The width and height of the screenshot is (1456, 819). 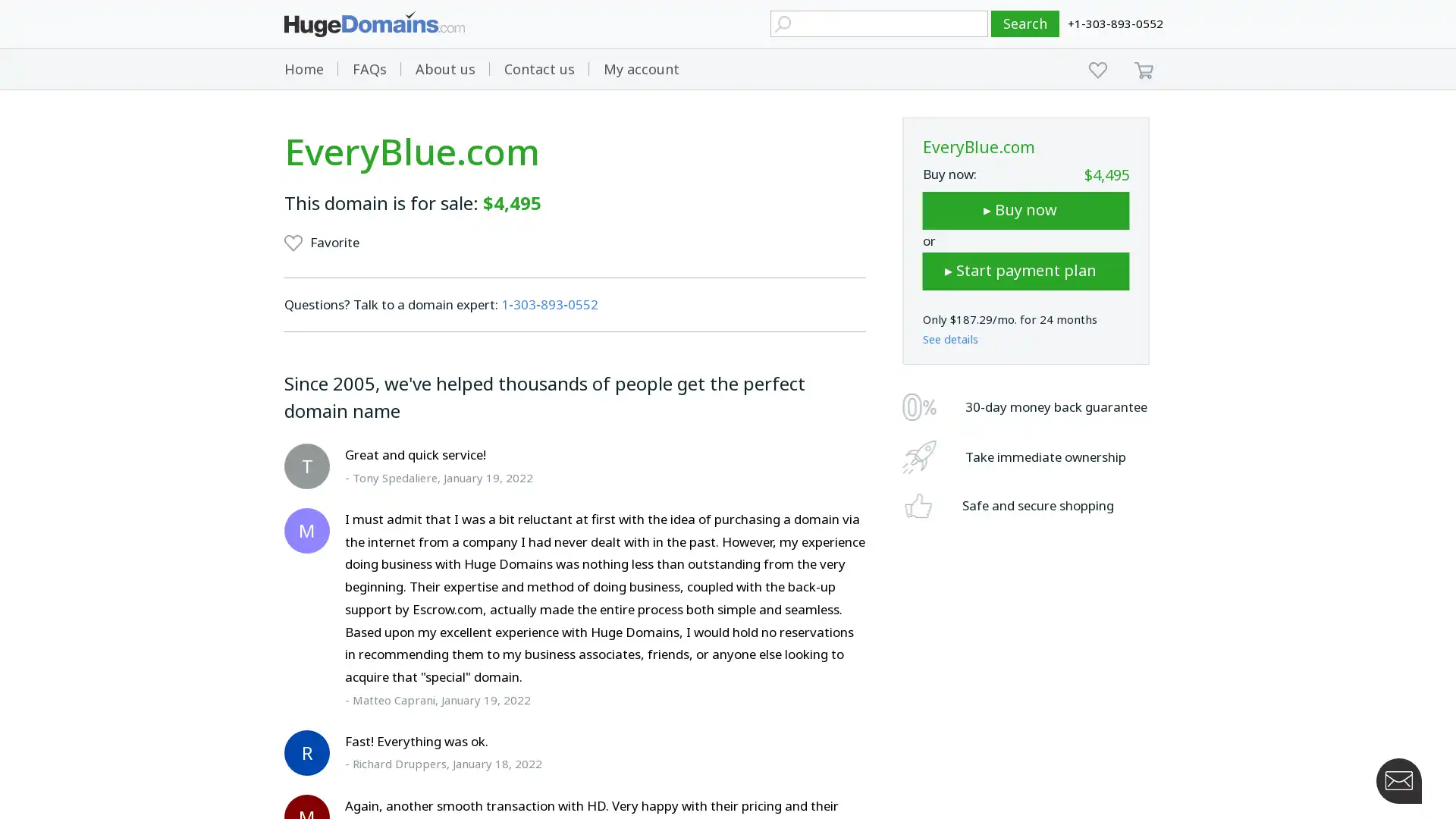 I want to click on Search, so click(x=1025, y=24).